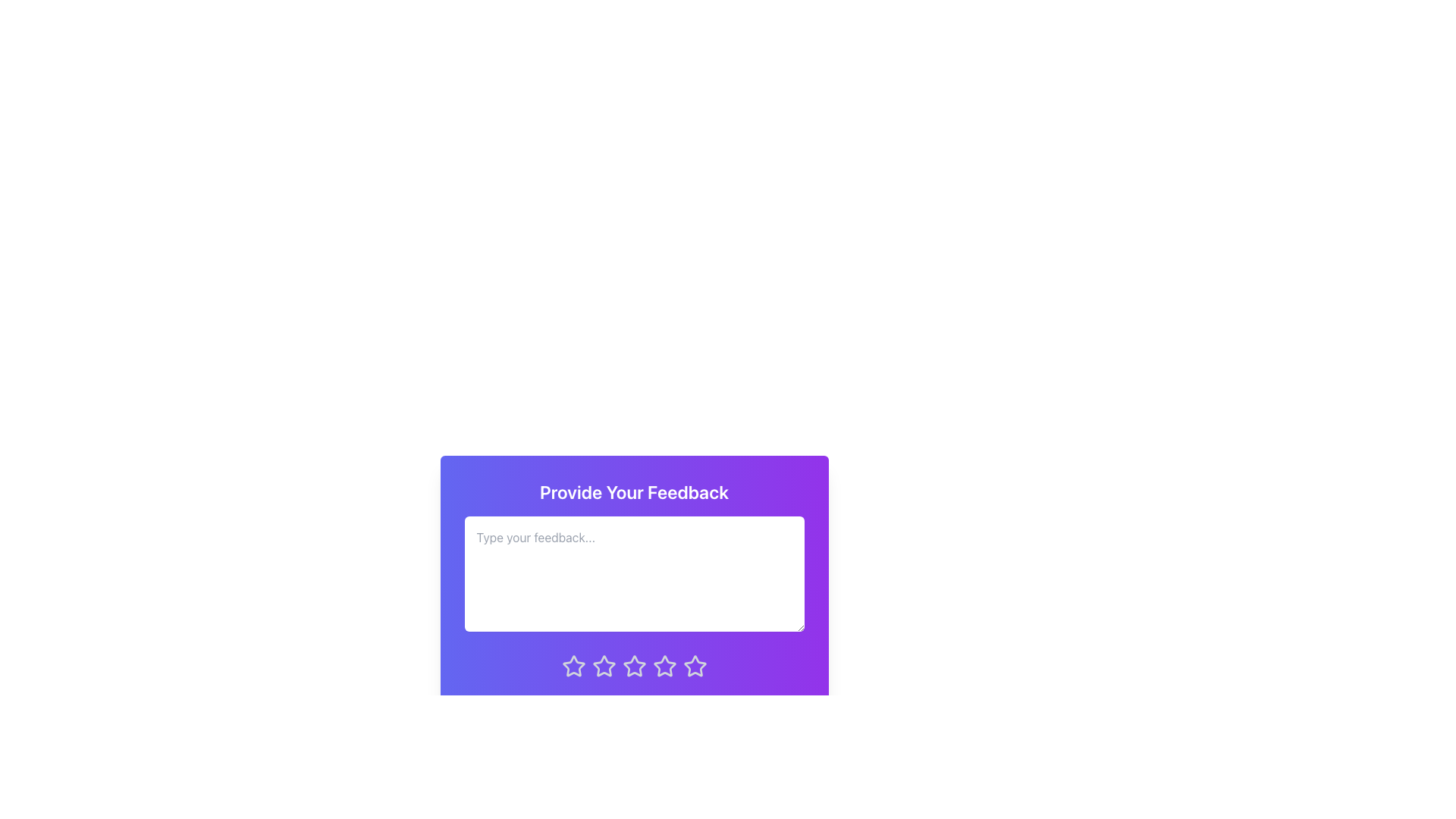 The width and height of the screenshot is (1456, 819). I want to click on the fifth rating star icon, which is located in a row of five similar star icons beneath the 'Provide Your Feedback' text input field, so click(664, 666).